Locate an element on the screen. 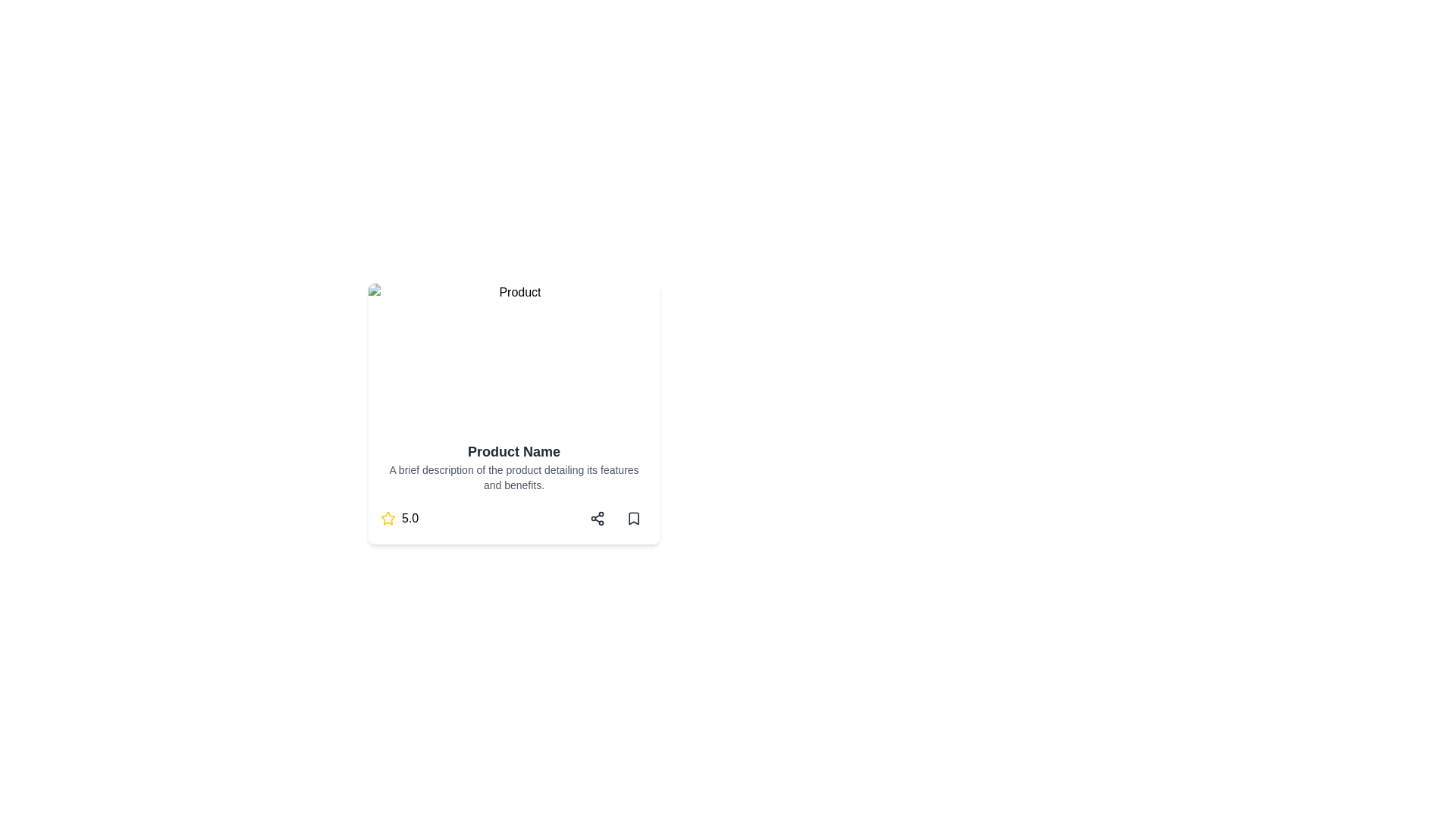 Image resolution: width=1456 pixels, height=819 pixels. the bookmark button located at the bottom-right corner of the card-like interface is located at coordinates (633, 517).